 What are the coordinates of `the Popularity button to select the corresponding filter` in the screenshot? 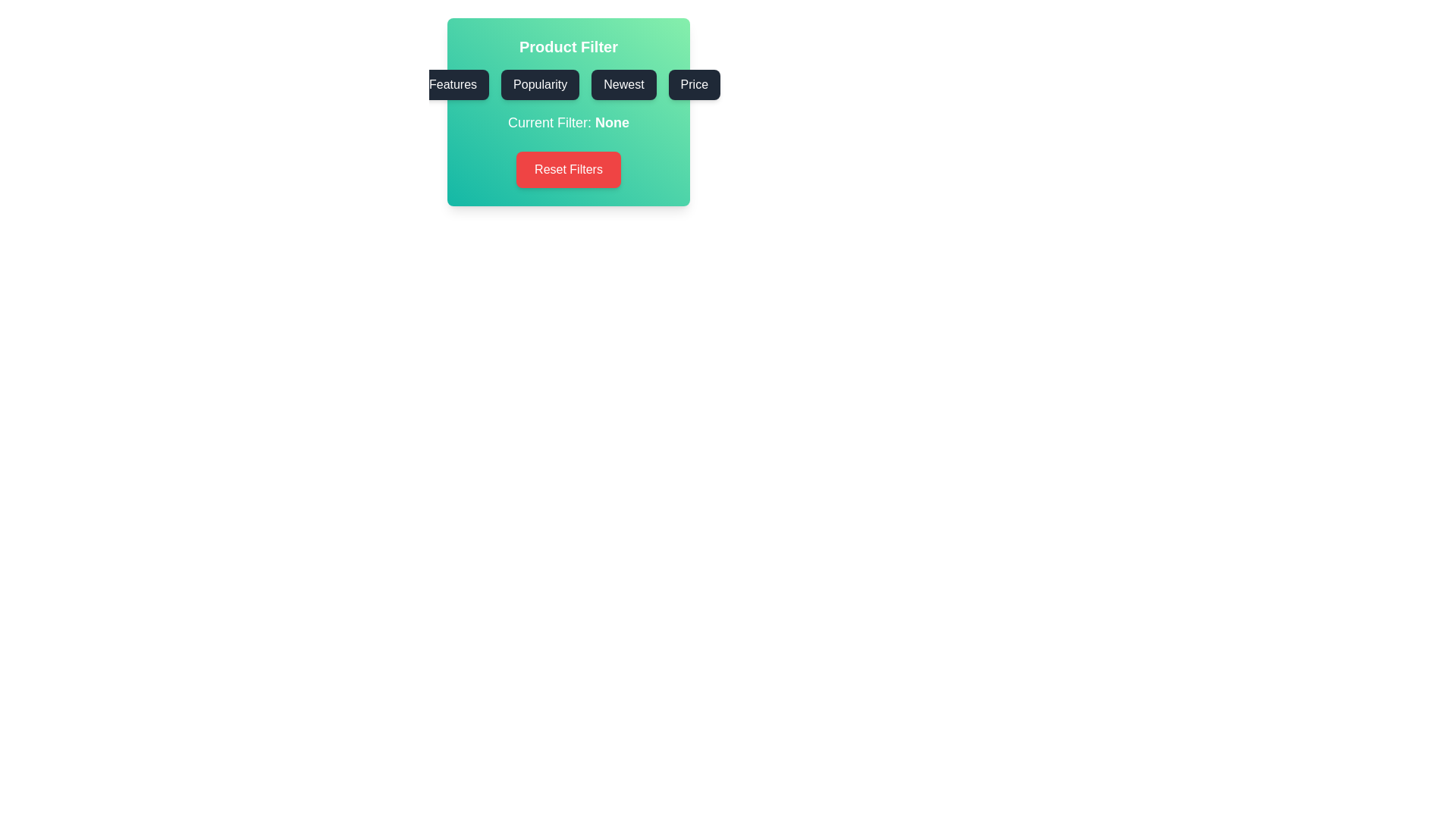 It's located at (541, 84).